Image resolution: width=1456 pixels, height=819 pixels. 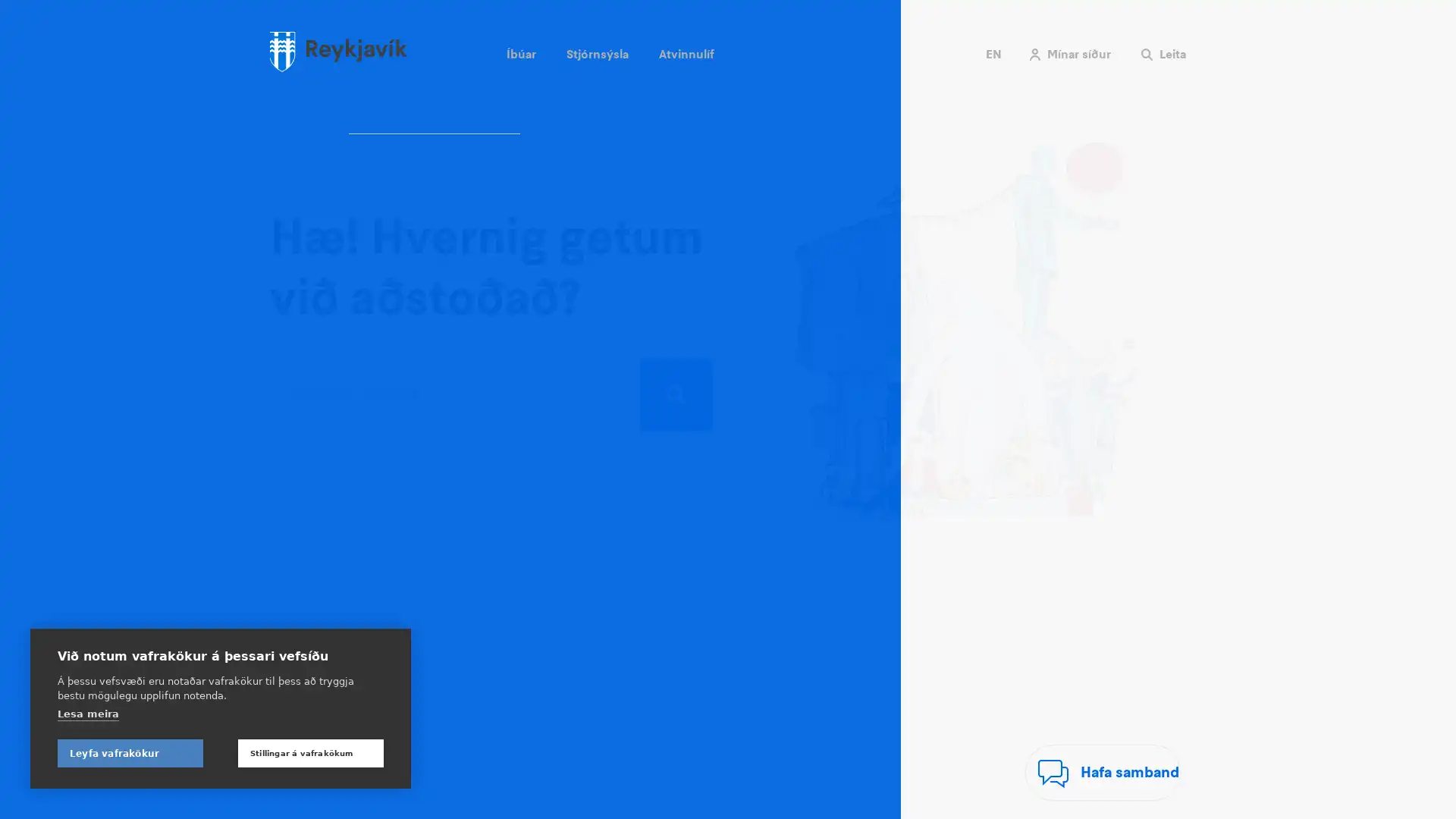 What do you see at coordinates (309, 753) in the screenshot?
I see `Stillingar a vafrakokum` at bounding box center [309, 753].